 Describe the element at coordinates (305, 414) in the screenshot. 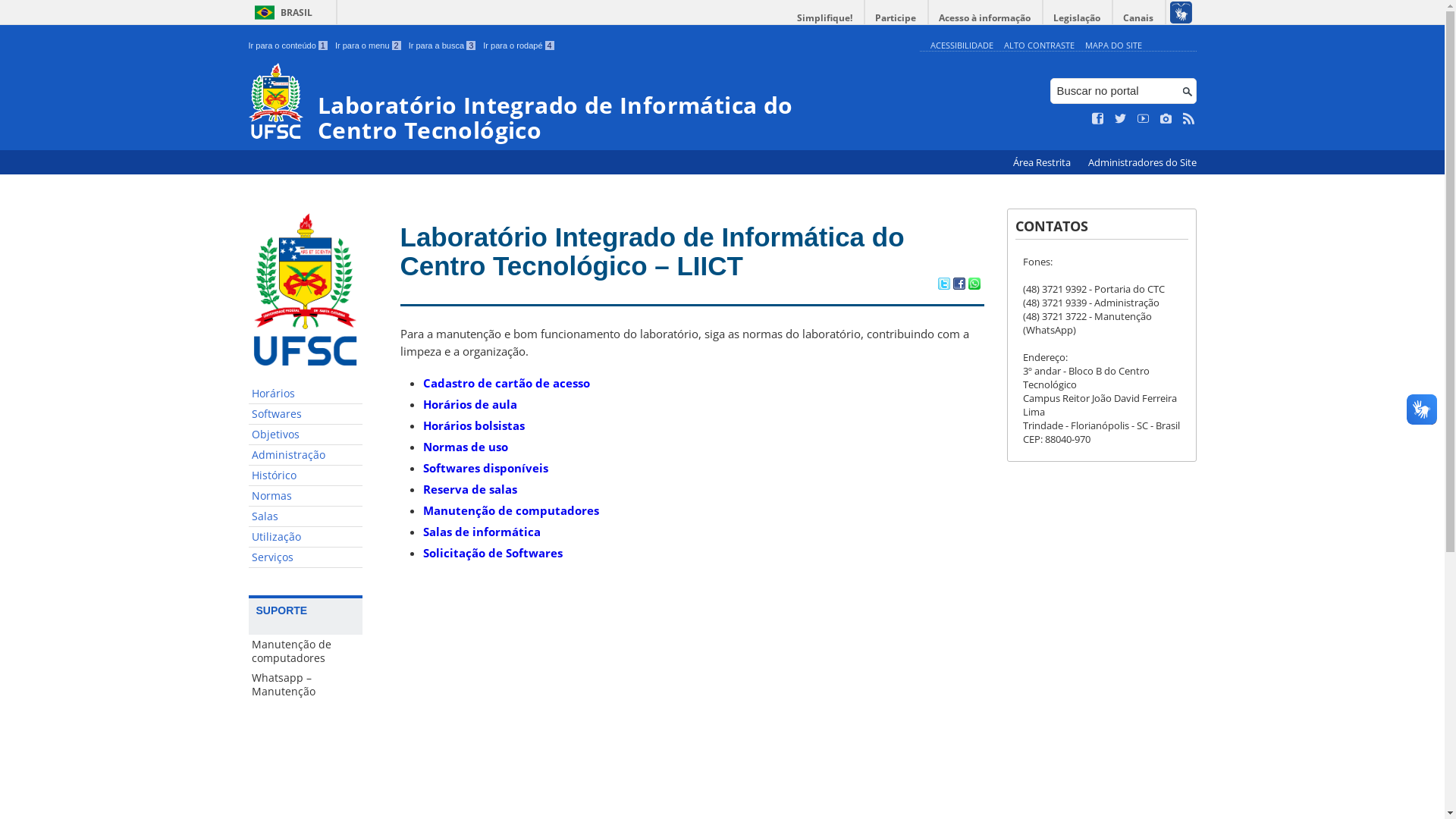

I see `'Softwares'` at that location.